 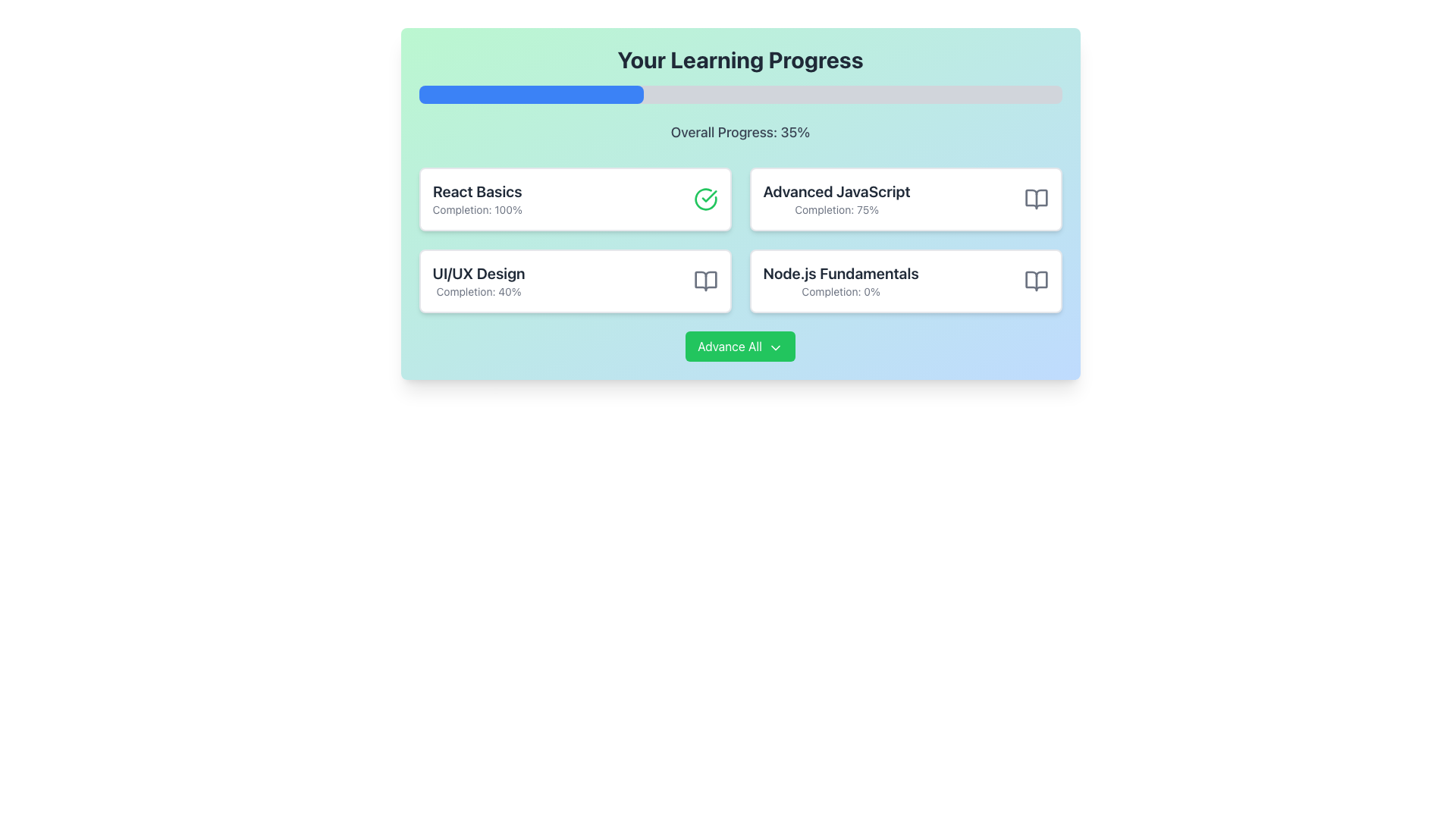 What do you see at coordinates (836, 191) in the screenshot?
I see `the text element displaying 'Advanced JavaScript' in bold, dark gray font, located in the top right quadrant of the grid under 'Your Learning Progress'` at bounding box center [836, 191].